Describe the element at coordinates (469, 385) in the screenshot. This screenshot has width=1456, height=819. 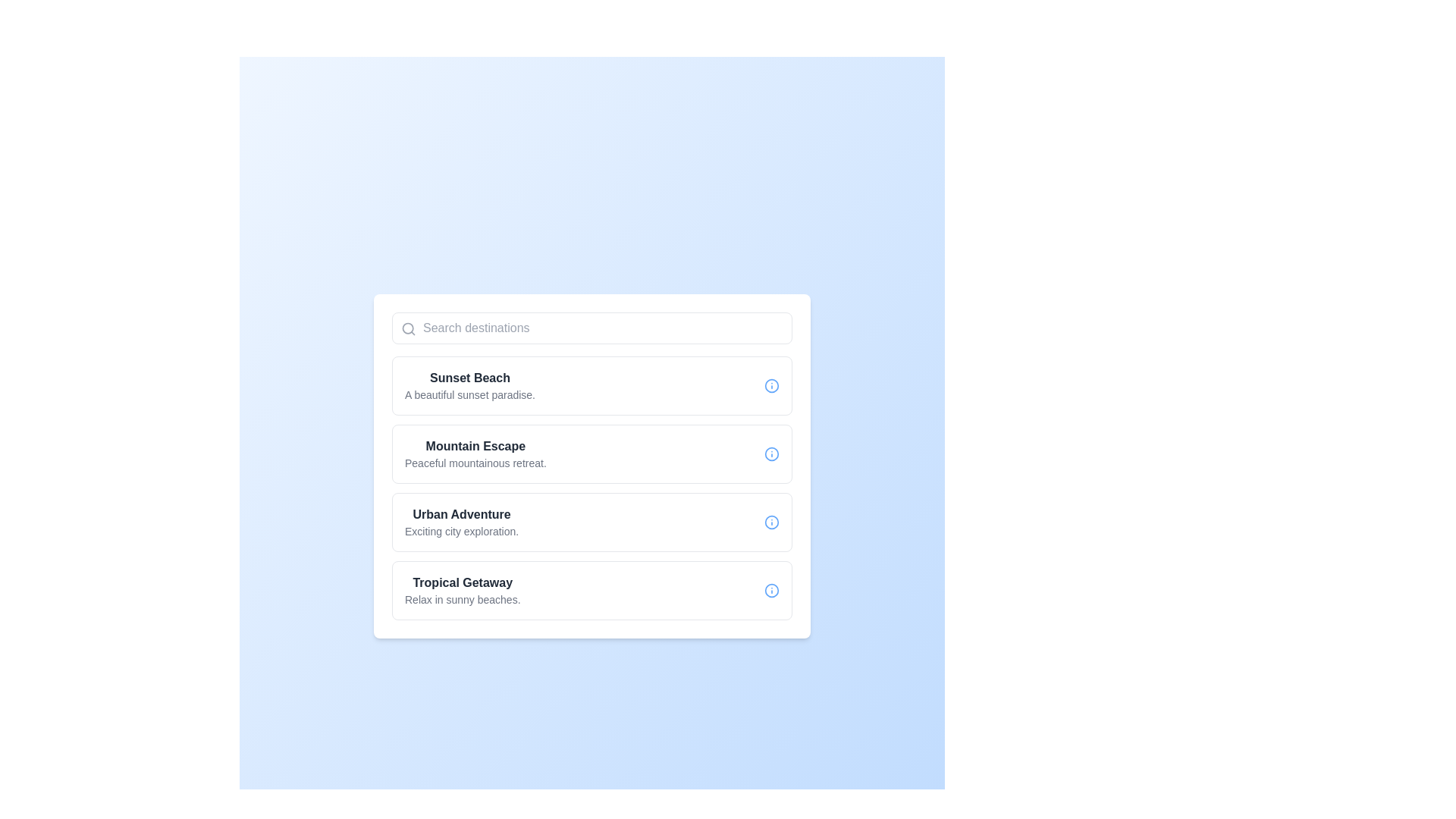
I see `text label titled 'Sunset Beach' which features a bold title and a subtitle describing it as 'A beautiful sunset paradise'. This label is located in the first card of the vertical list of destination options, just below the search bar` at that location.